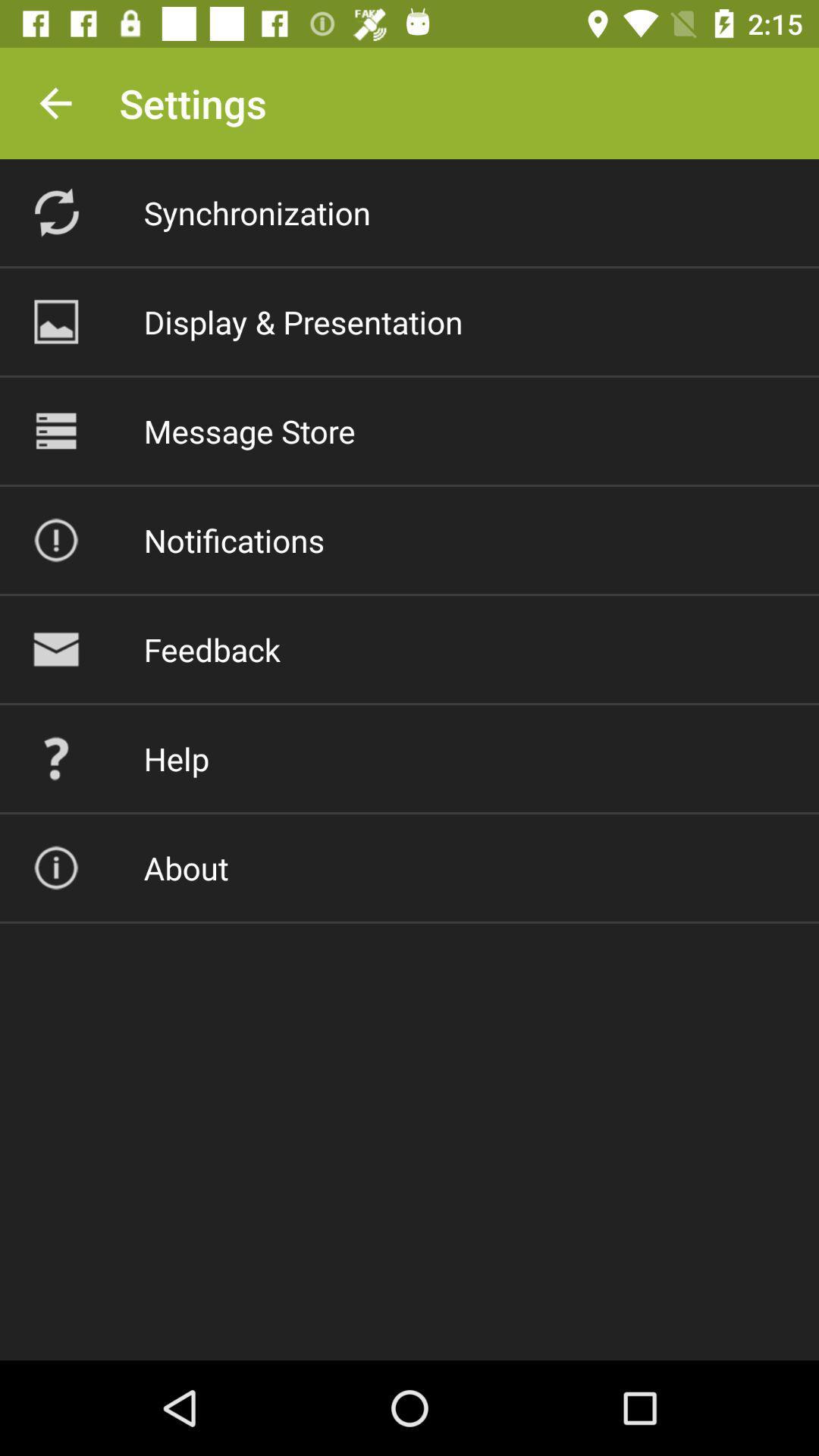  I want to click on icon above the notifications item, so click(249, 430).